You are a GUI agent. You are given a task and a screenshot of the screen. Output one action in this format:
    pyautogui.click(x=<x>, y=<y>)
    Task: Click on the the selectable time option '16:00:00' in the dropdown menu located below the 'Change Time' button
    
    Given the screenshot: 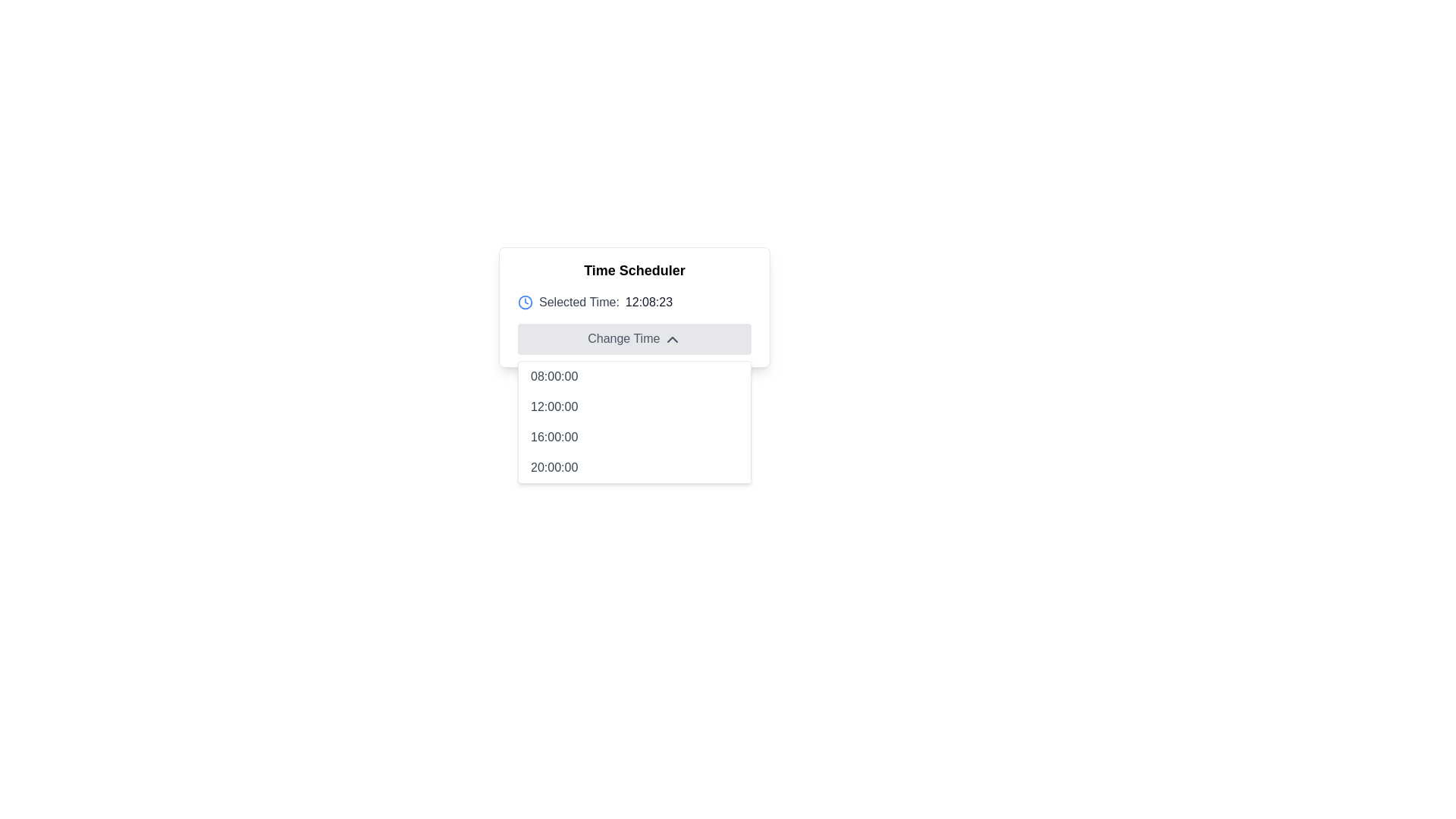 What is the action you would take?
    pyautogui.click(x=634, y=436)
    